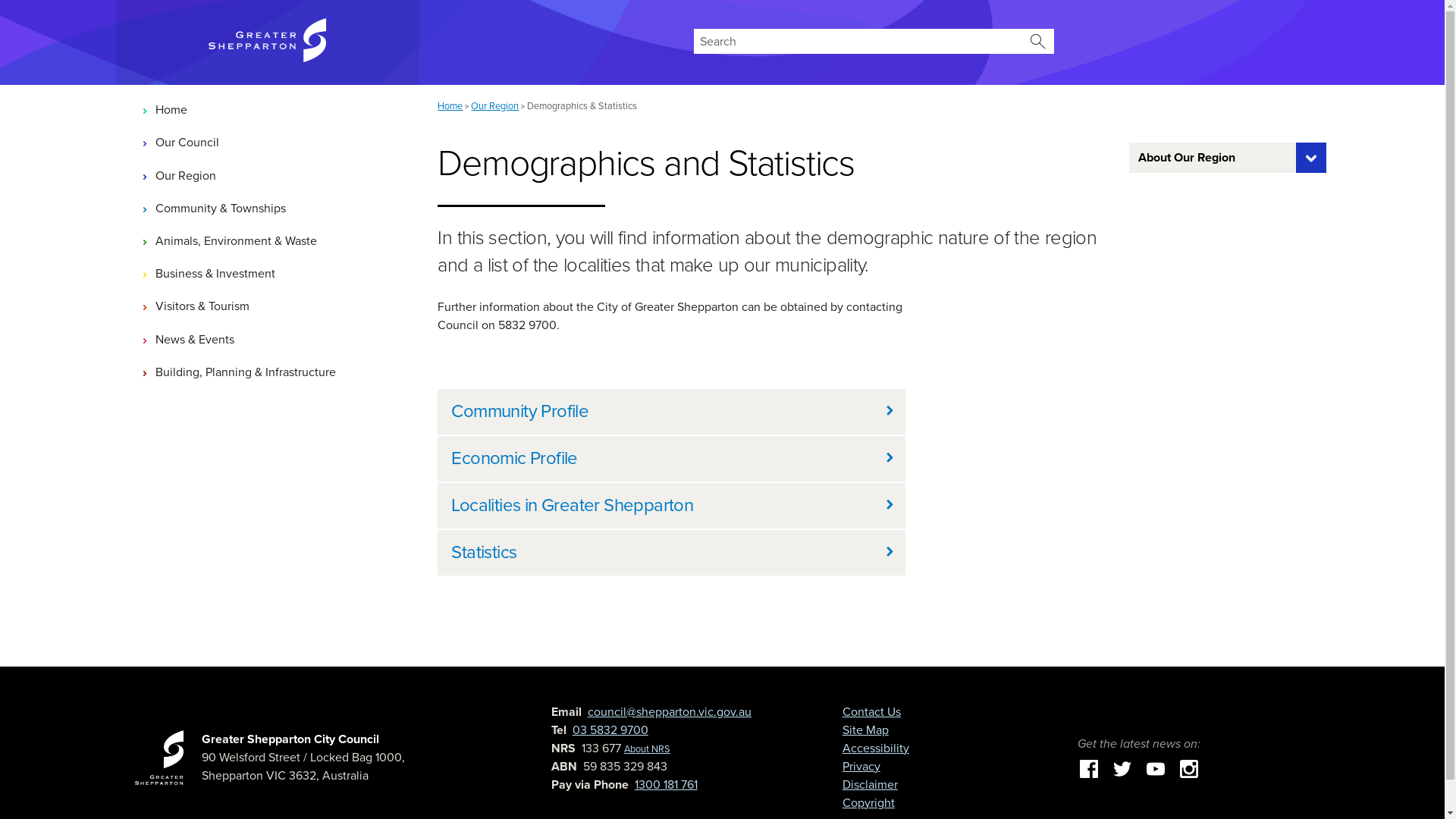 The height and width of the screenshot is (819, 1456). I want to click on 'Search', so click(1037, 40).